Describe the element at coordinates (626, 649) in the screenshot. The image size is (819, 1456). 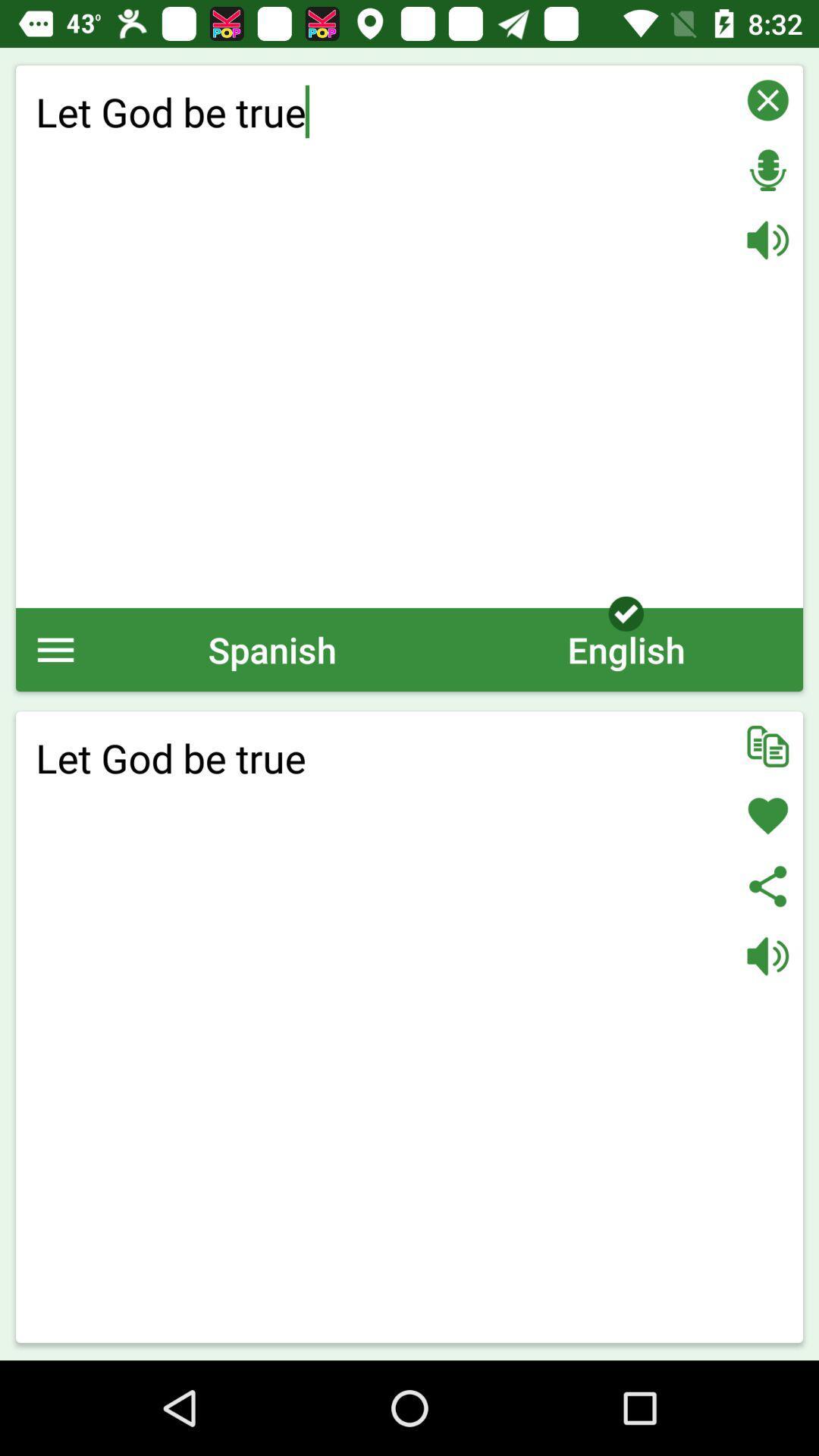
I see `icon below let god be` at that location.